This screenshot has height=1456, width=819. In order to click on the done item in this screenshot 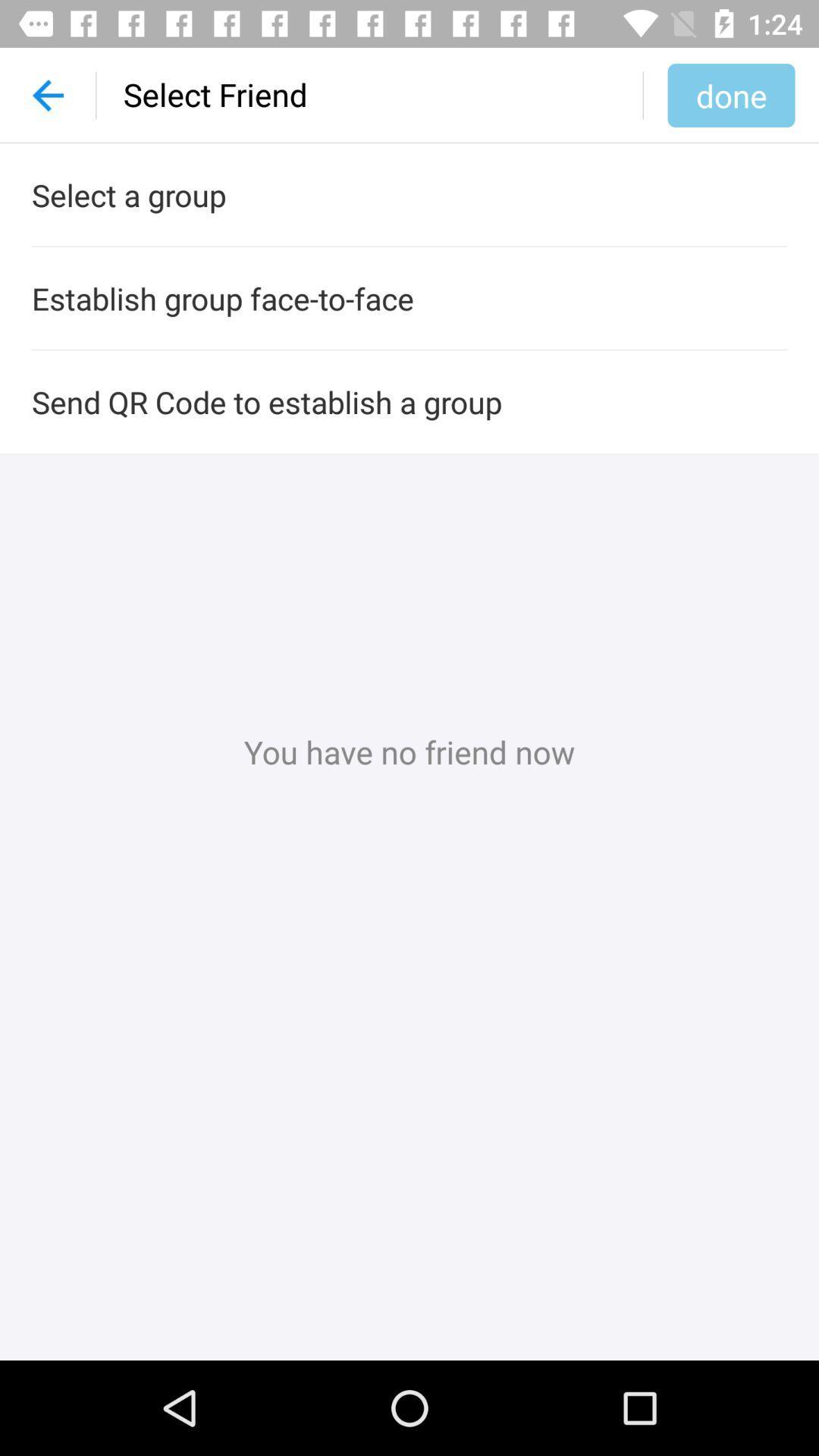, I will do `click(730, 94)`.